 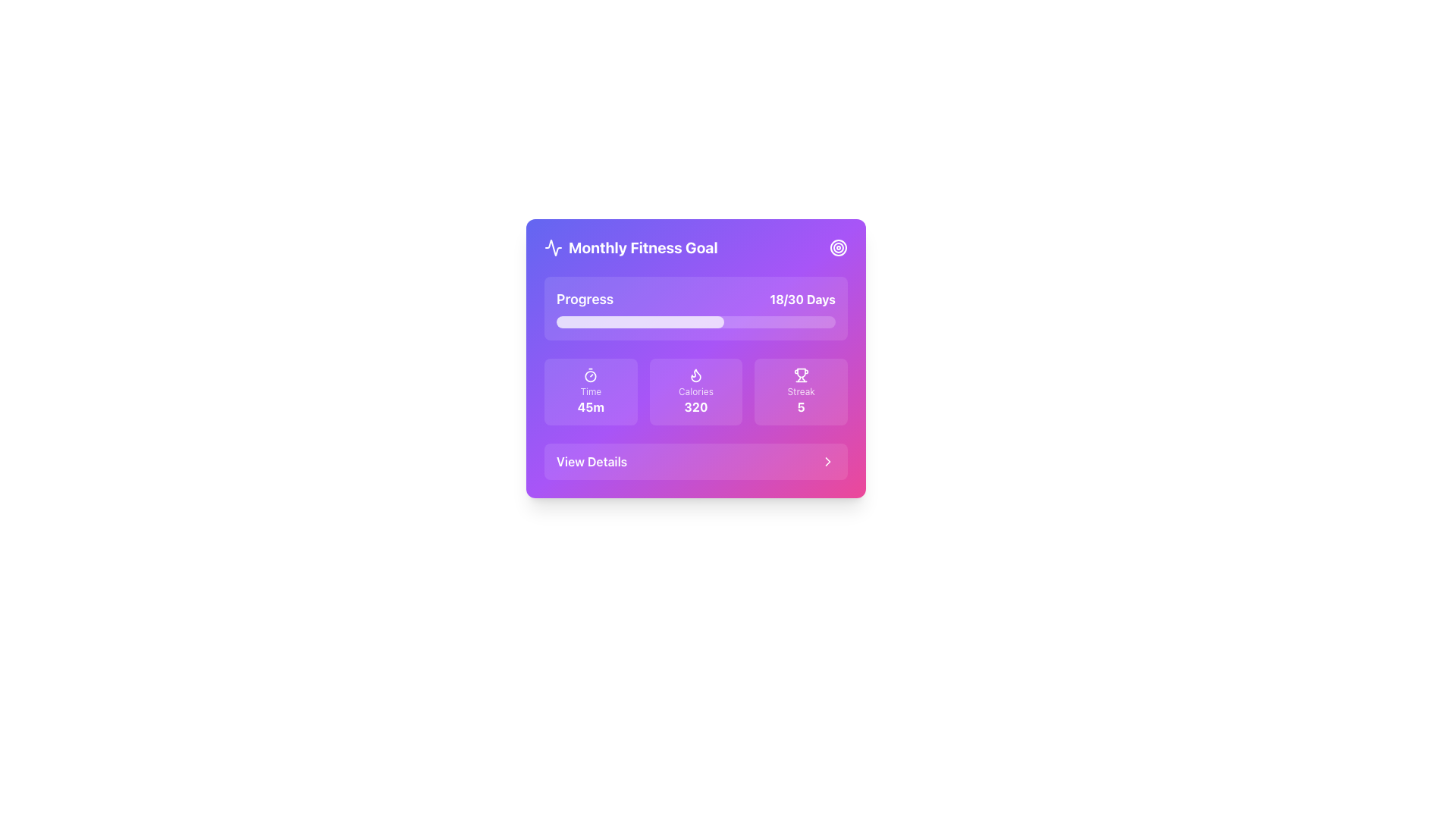 I want to click on the horizontal progress bar with a light purple background and 60% filled segment, located below the 'Progress' title and '18/30 Days' indicator, so click(x=695, y=321).